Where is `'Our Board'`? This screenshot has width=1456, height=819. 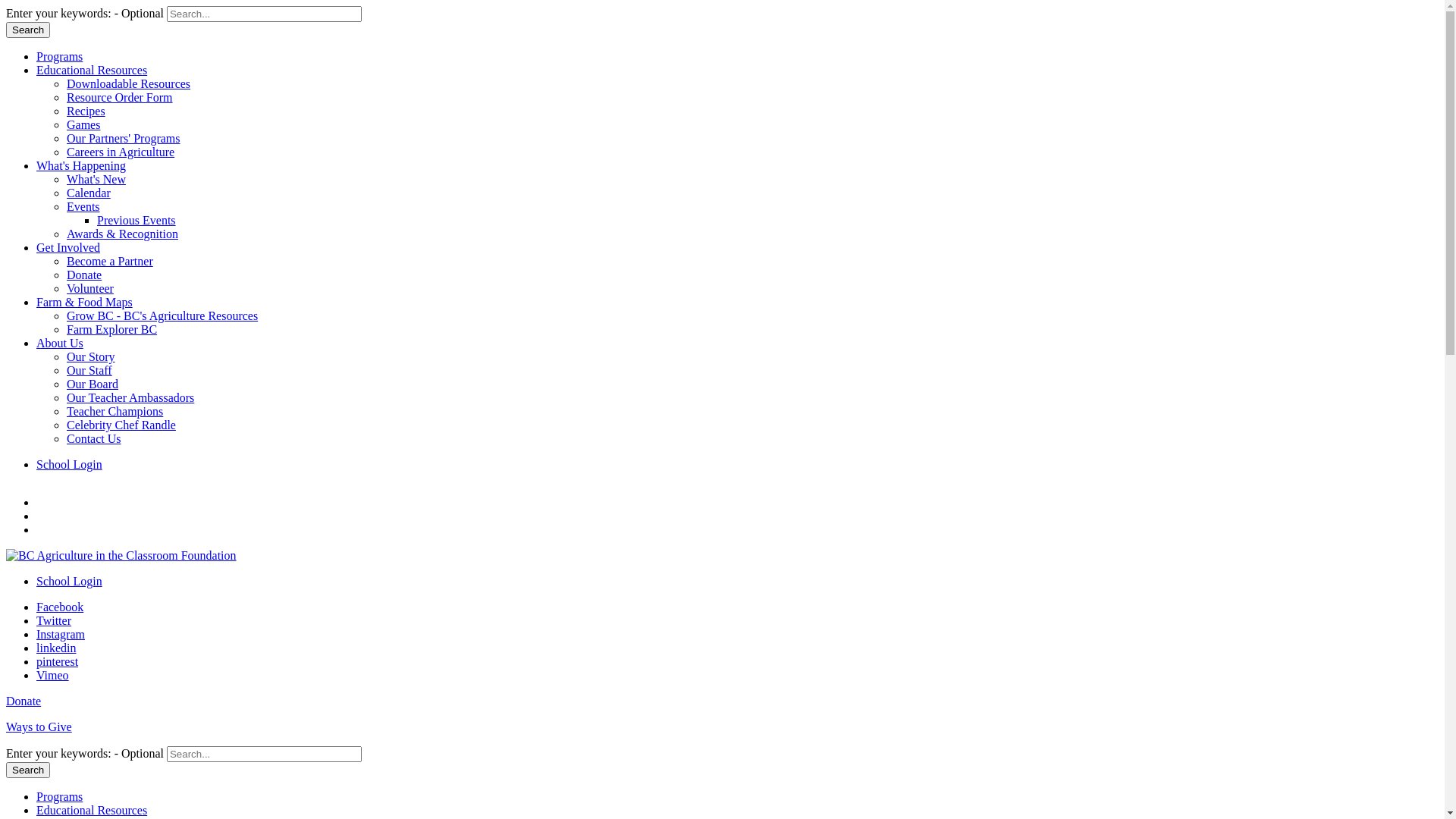 'Our Board' is located at coordinates (91, 383).